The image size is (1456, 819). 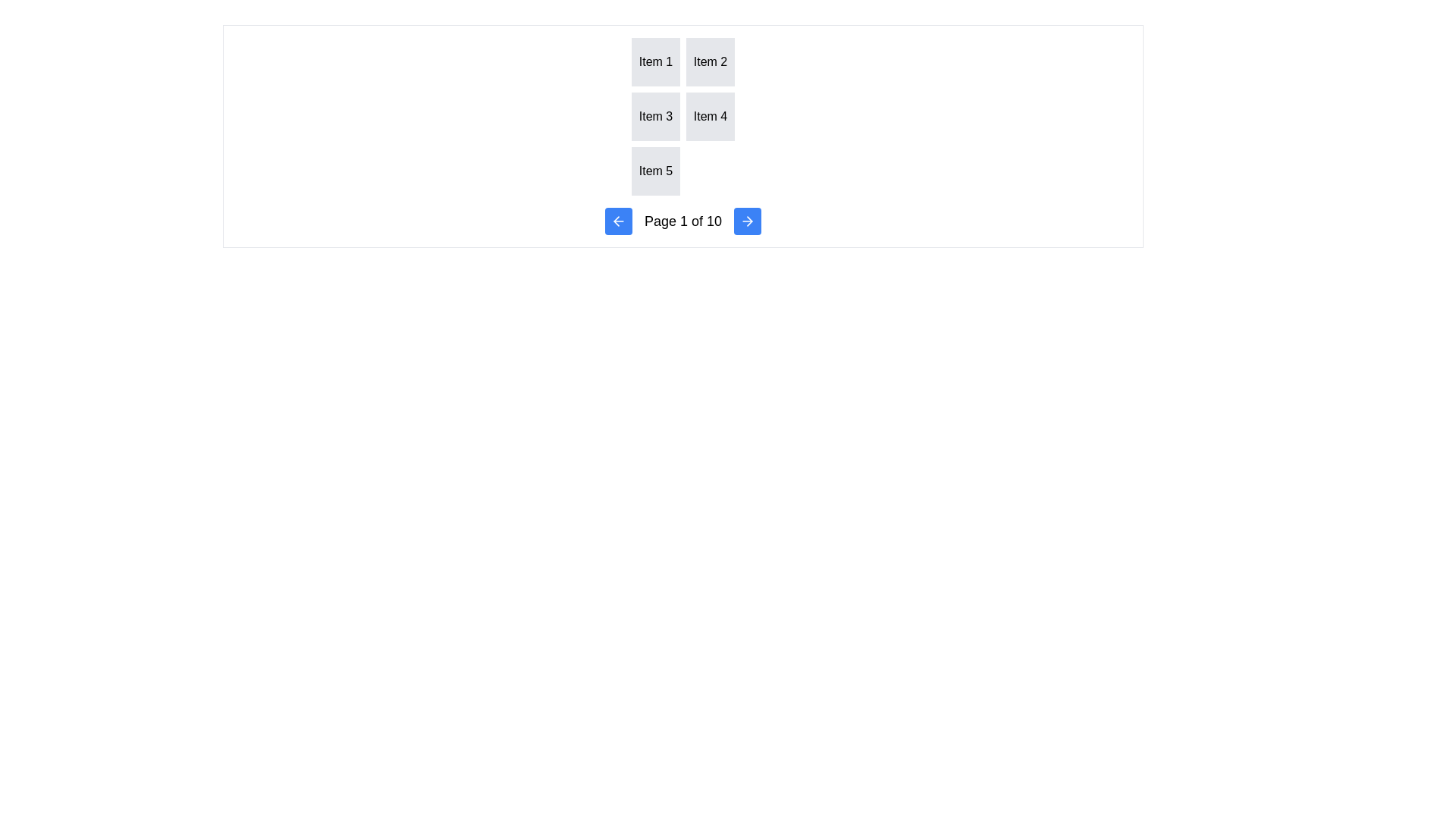 What do you see at coordinates (655, 61) in the screenshot?
I see `the grid item styled as a box with centered text reading 'Item 1', located in the top-left corner of the grid` at bounding box center [655, 61].